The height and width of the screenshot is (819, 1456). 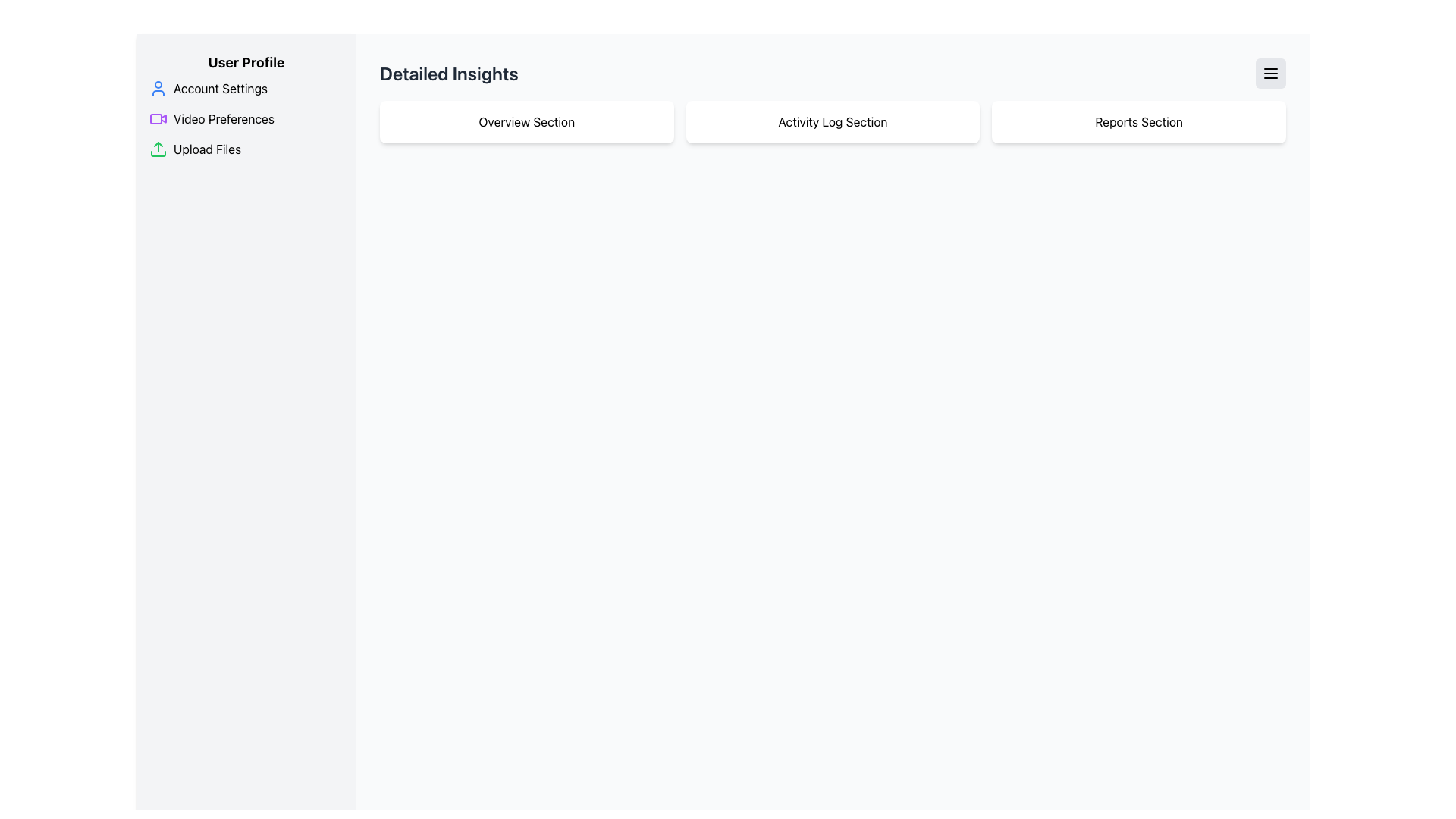 What do you see at coordinates (158, 149) in the screenshot?
I see `the upload icon, which is a green upward arrow originating from an open box, located to the left of the 'Upload Files' text in the left-side navigation options` at bounding box center [158, 149].